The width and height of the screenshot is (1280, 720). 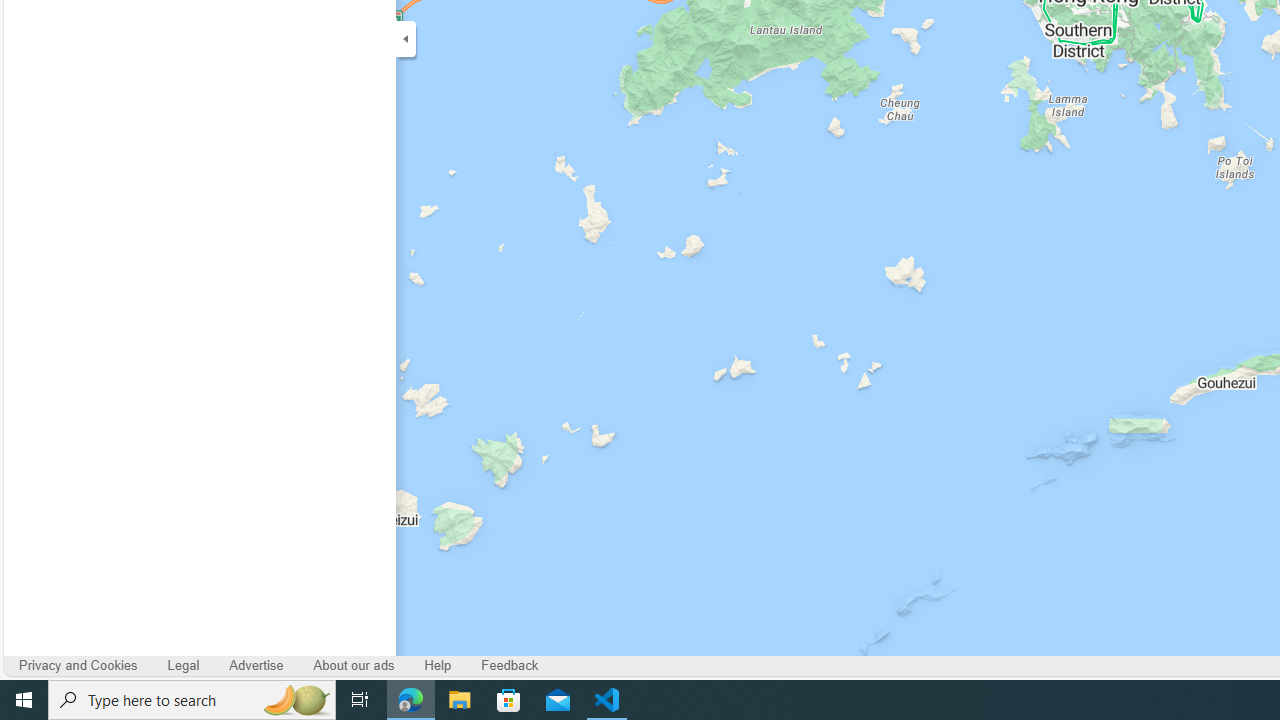 I want to click on 'Expand/Collapse Cards', so click(x=404, y=38).